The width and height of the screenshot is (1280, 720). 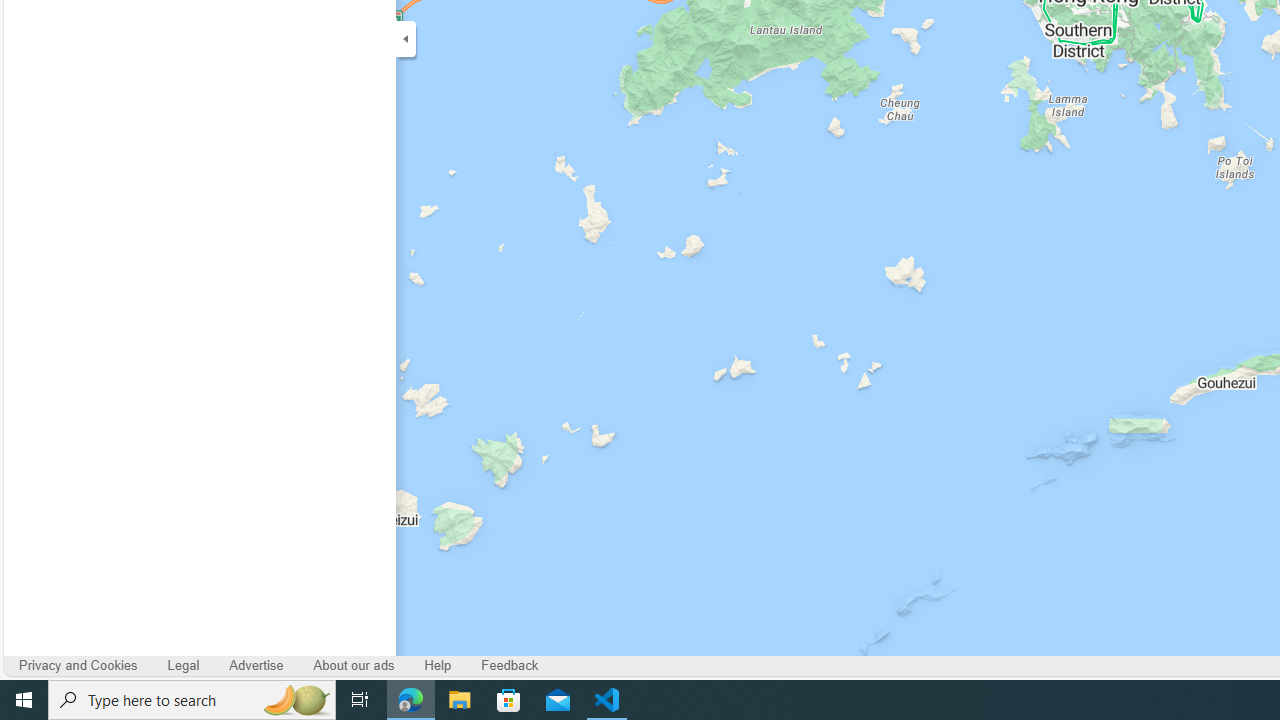 I want to click on 'Expand/Collapse Cards', so click(x=404, y=38).